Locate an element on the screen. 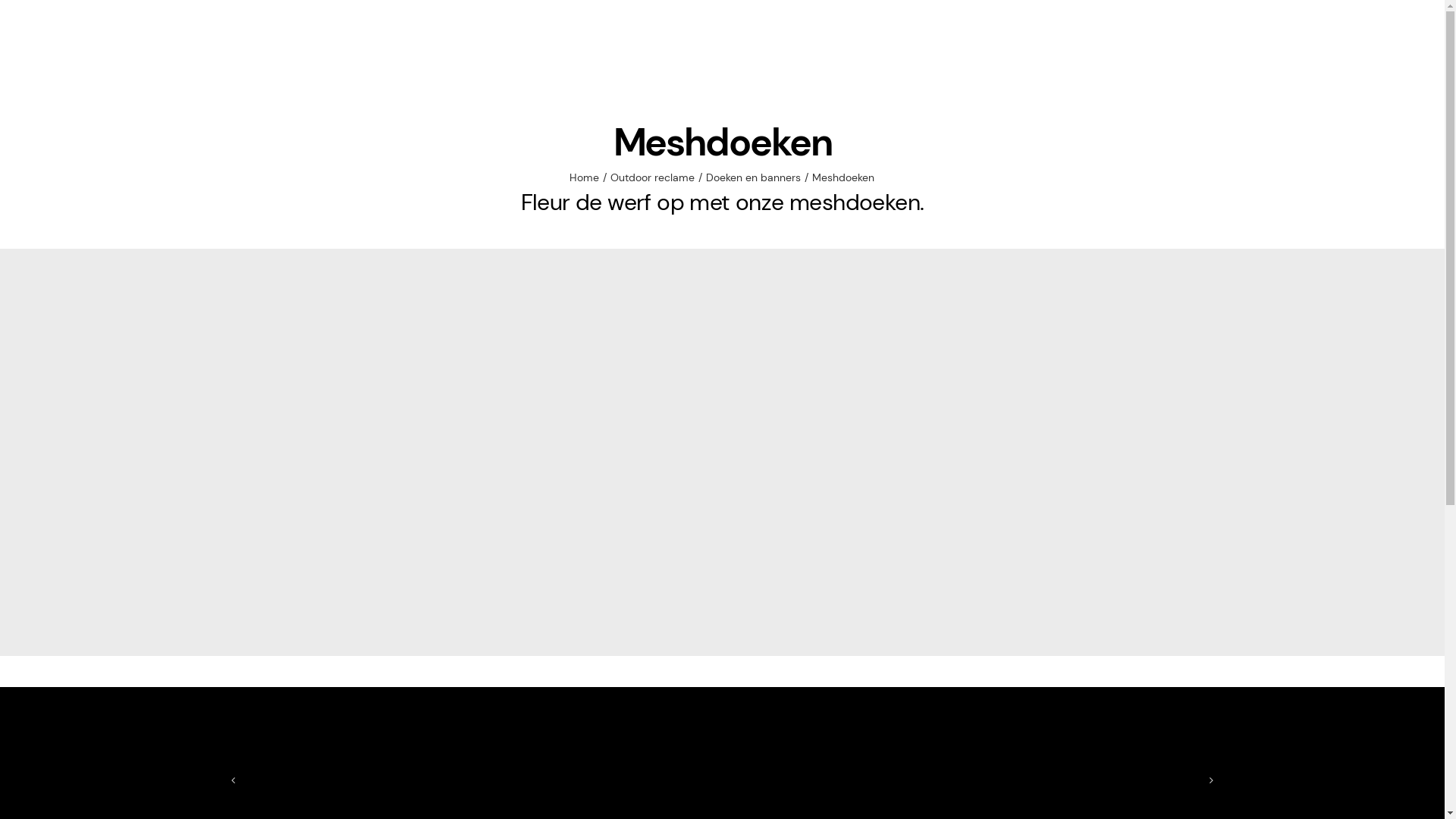 The width and height of the screenshot is (1456, 819). 'Doeken en banners' is located at coordinates (753, 177).